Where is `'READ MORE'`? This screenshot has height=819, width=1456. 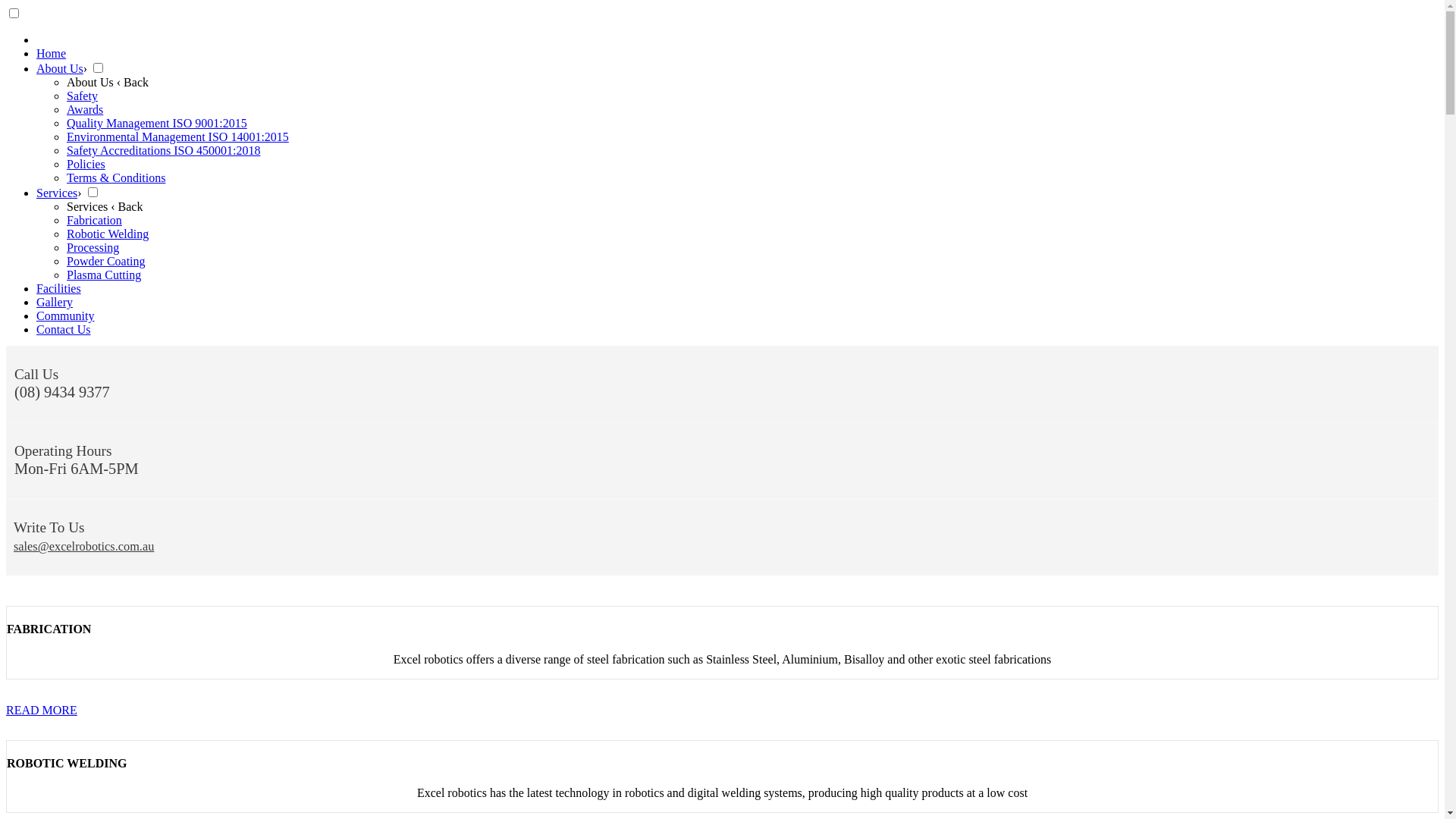 'READ MORE' is located at coordinates (6, 710).